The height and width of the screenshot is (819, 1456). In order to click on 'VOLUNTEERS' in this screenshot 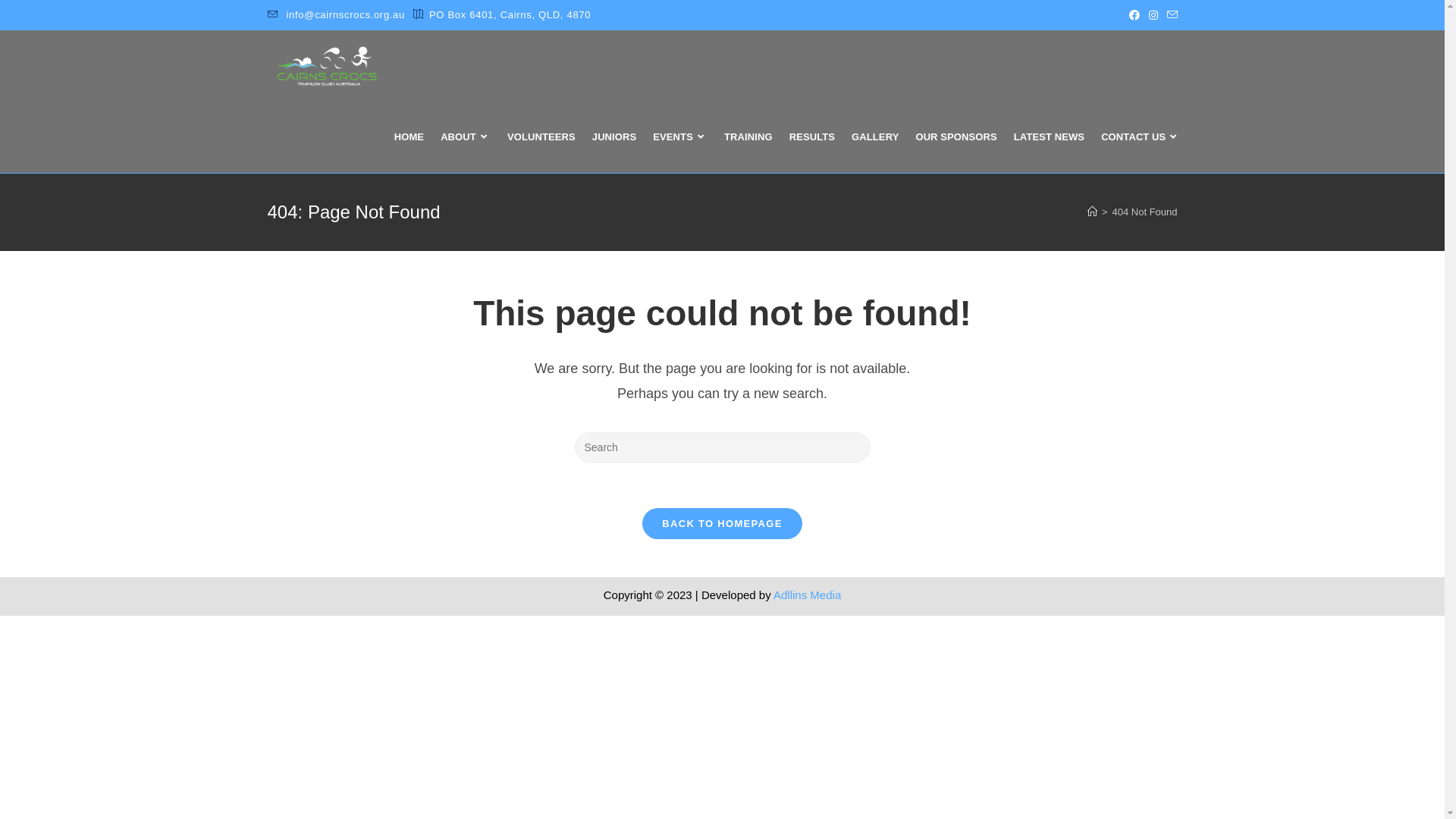, I will do `click(541, 137)`.